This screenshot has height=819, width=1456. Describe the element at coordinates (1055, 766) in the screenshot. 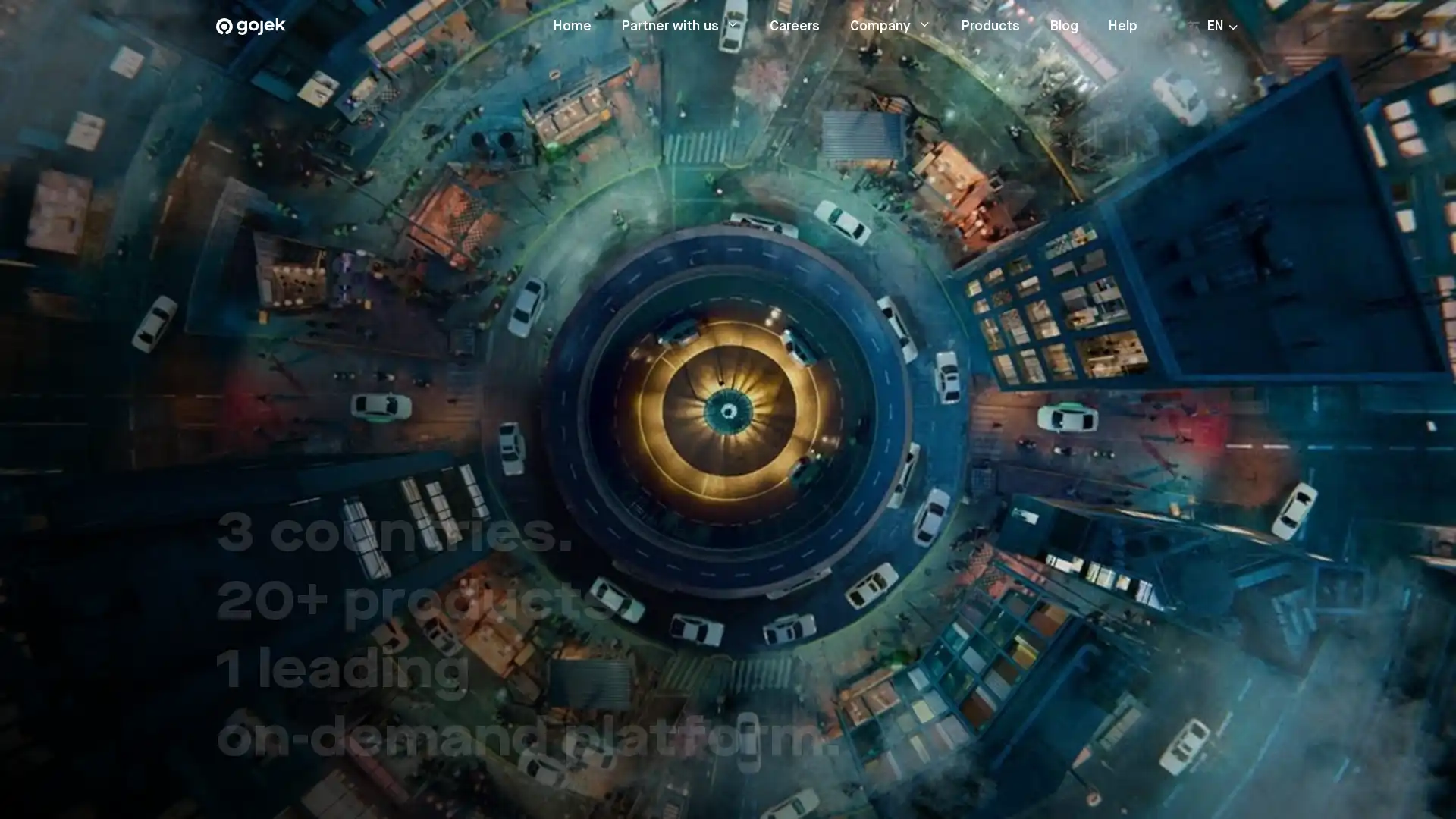

I see `Manage Cookies` at that location.